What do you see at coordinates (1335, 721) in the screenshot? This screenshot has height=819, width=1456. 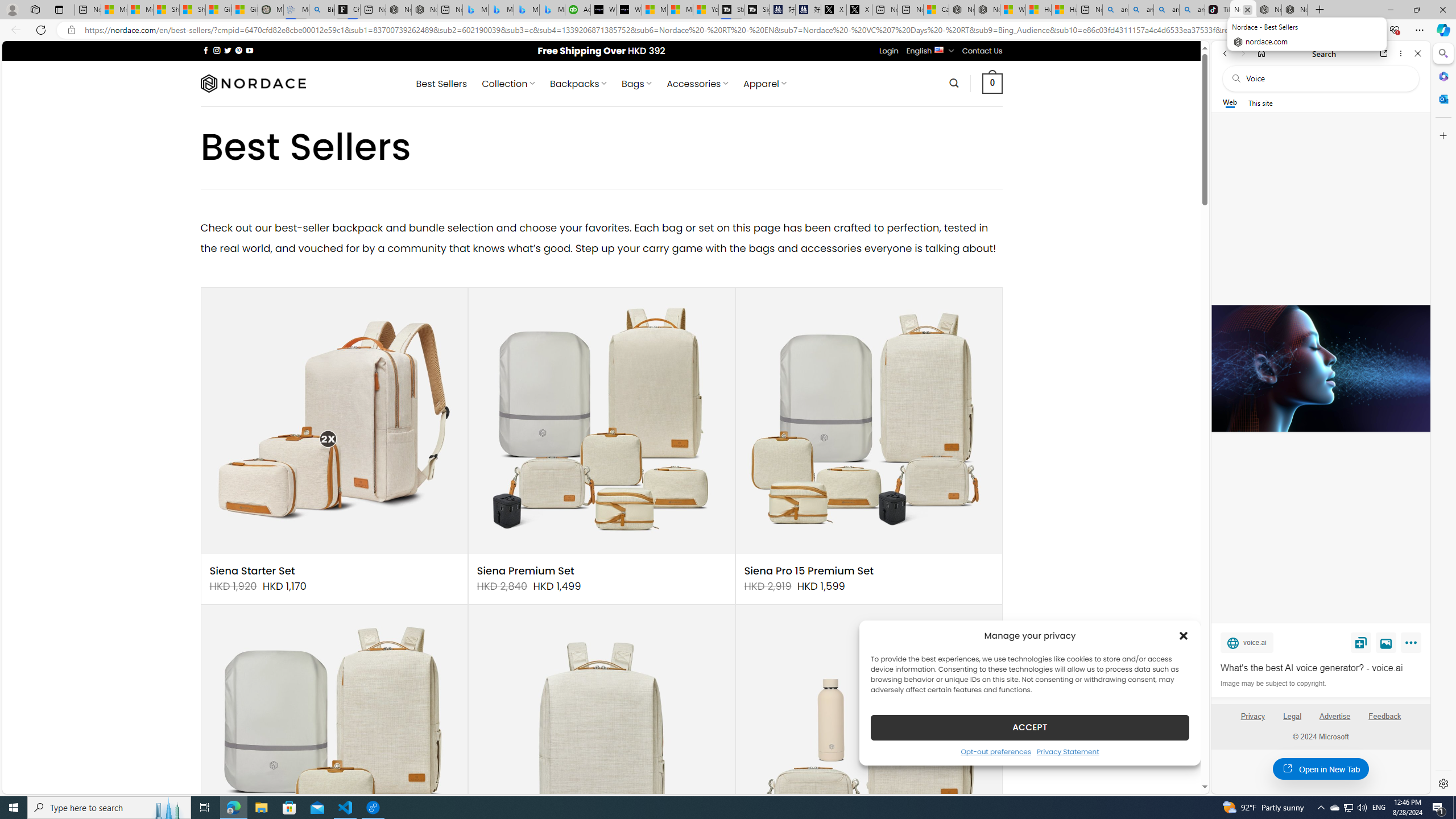 I see `'Advertise'` at bounding box center [1335, 721].